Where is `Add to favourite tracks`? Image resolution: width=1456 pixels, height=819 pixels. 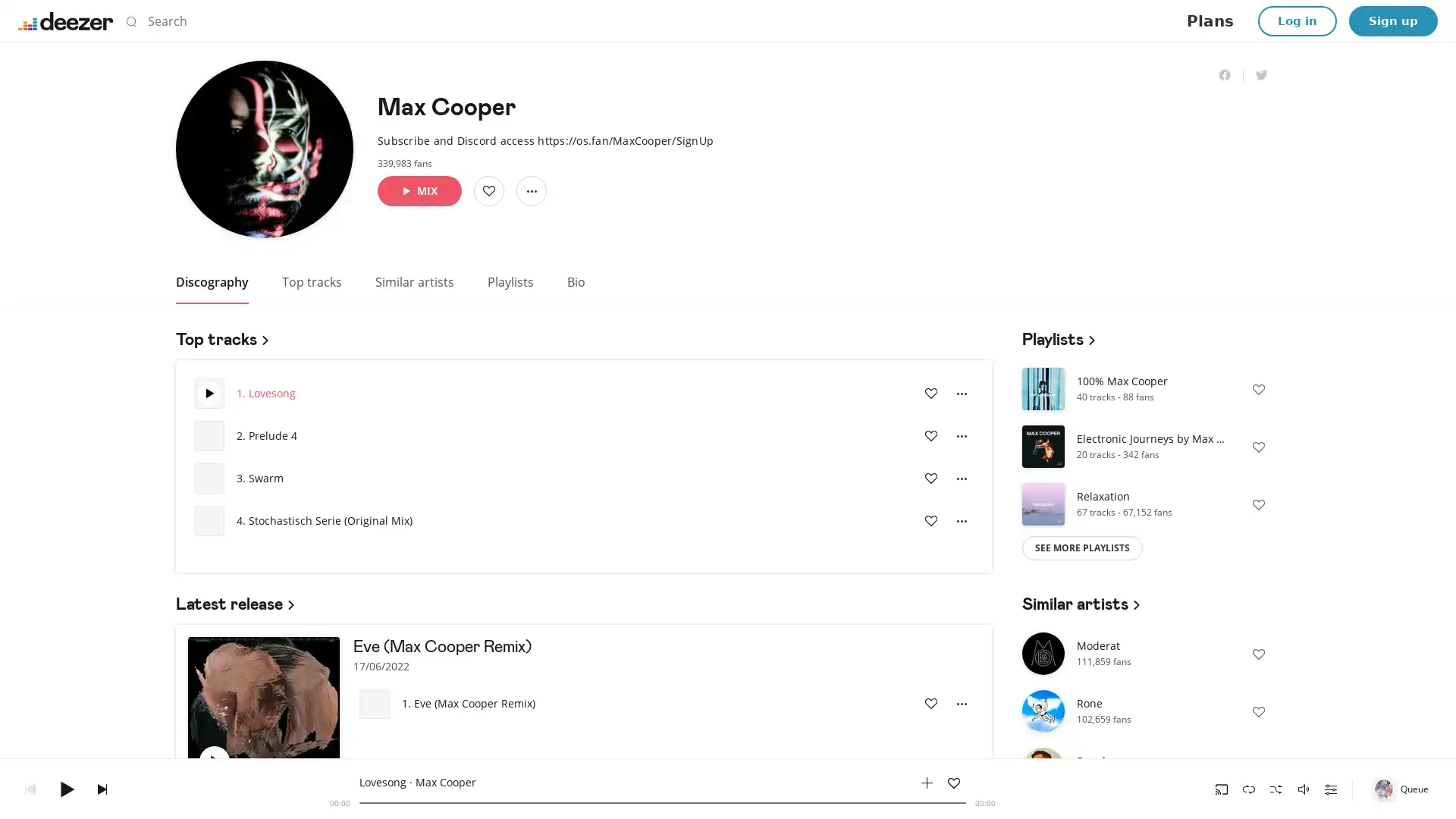
Add to favourite tracks is located at coordinates (254, 761).